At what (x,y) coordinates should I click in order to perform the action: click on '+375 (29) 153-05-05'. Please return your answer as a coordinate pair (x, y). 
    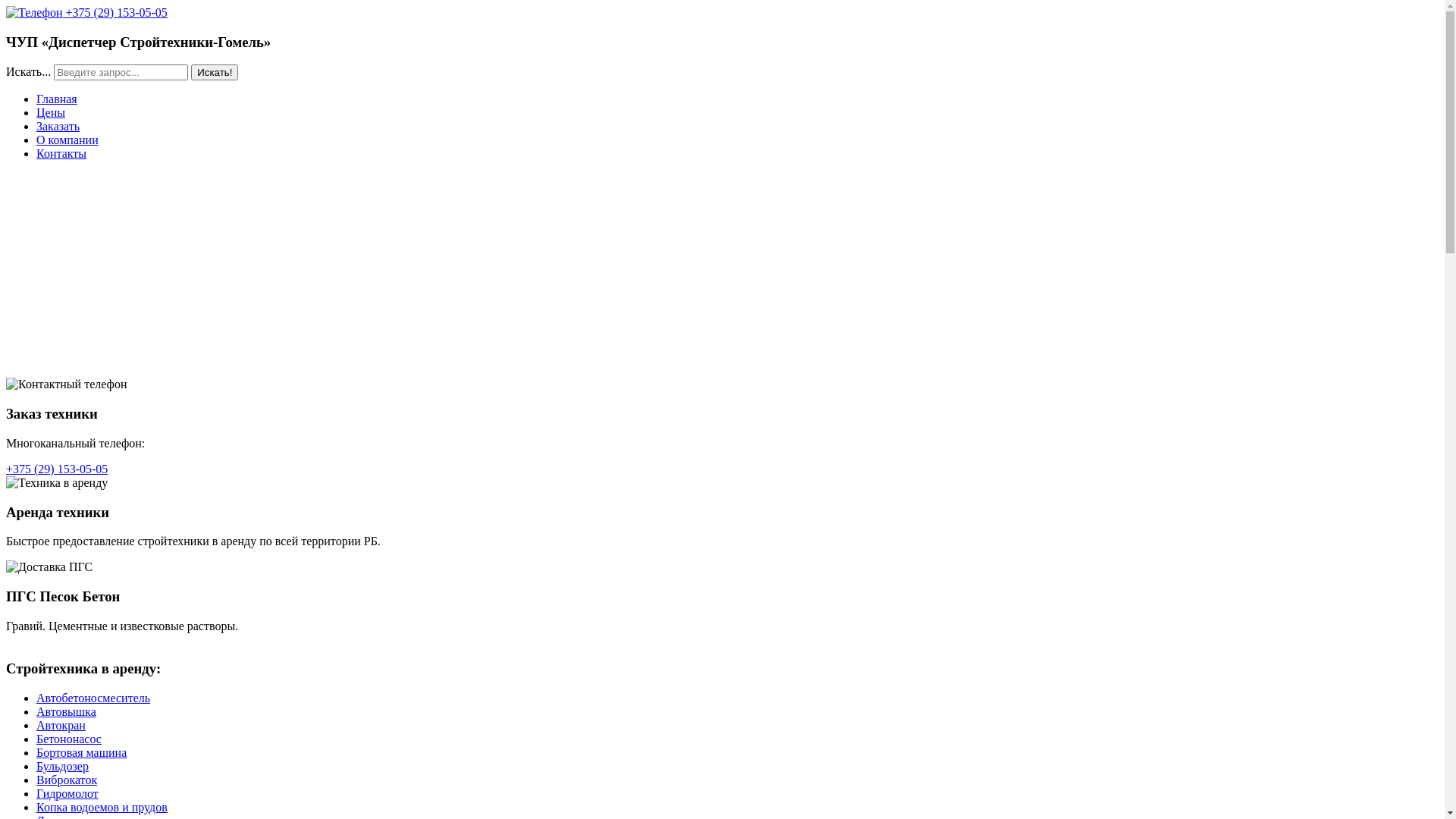
    Looking at the image, I should click on (86, 12).